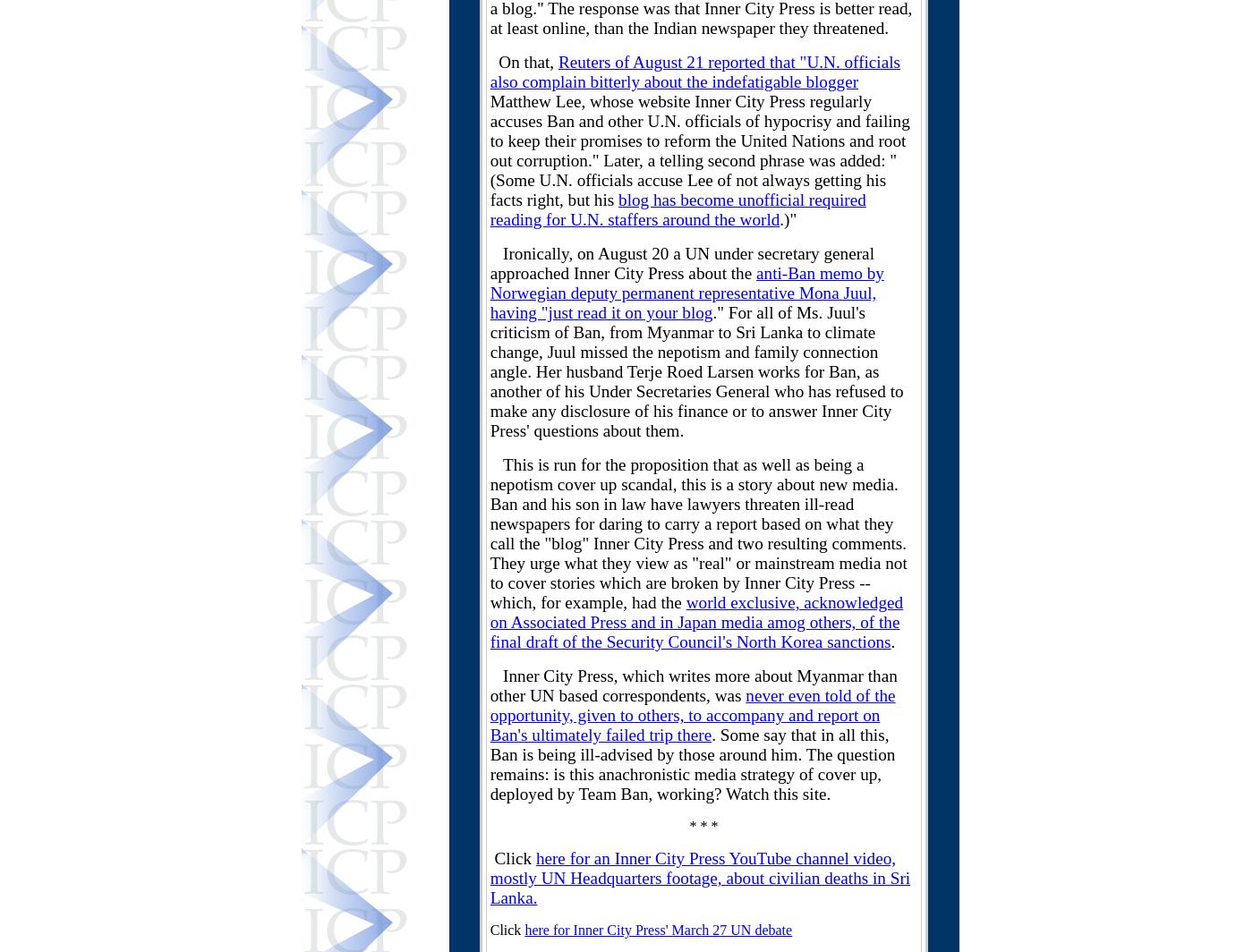 The image size is (1253, 952). What do you see at coordinates (686, 293) in the screenshot?
I see `'anti-Ban
memo by Norwegian deputy permanent representative
Mona Juul, having "just read it on your blog'` at bounding box center [686, 293].